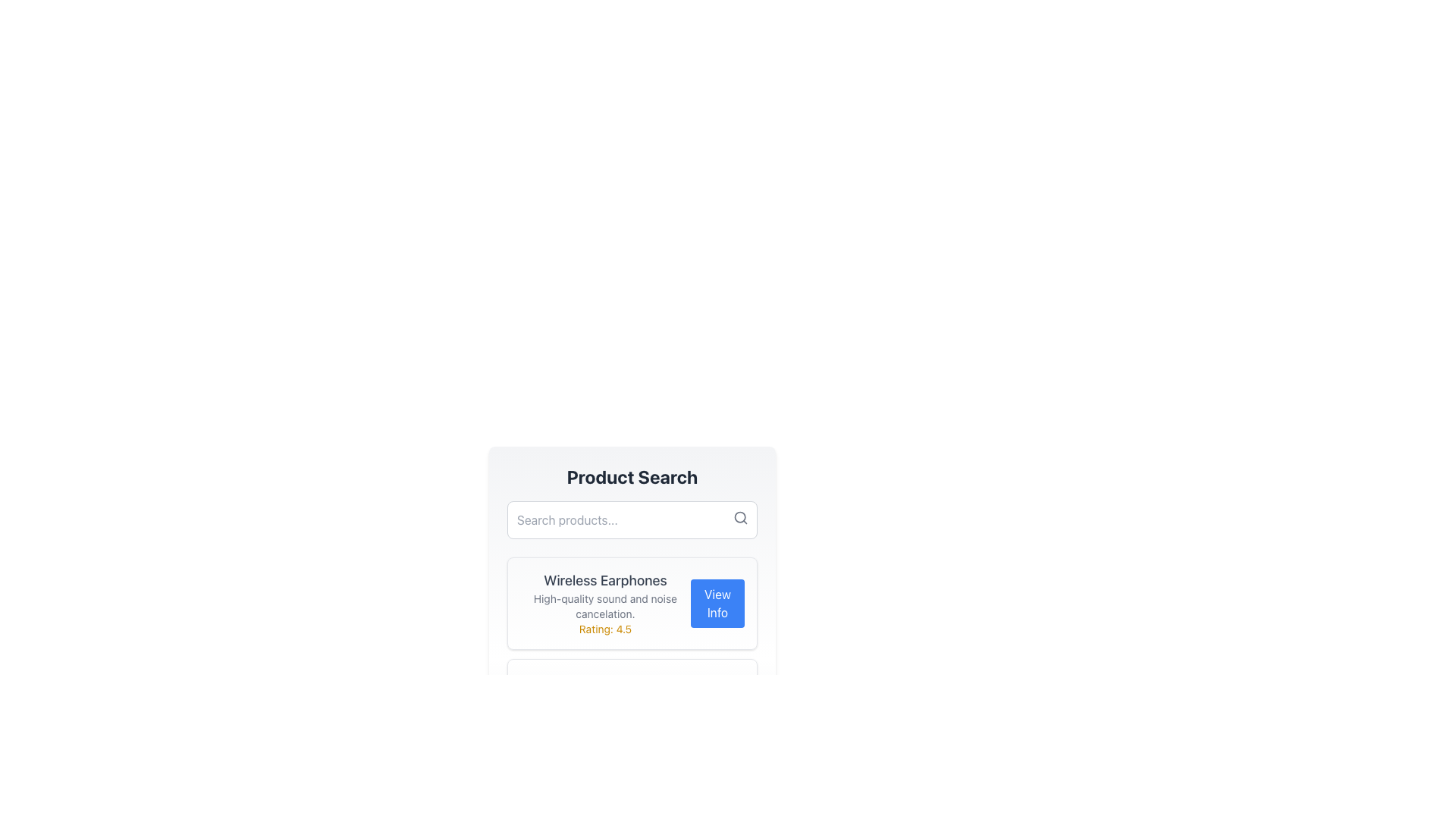 The image size is (1456, 819). Describe the element at coordinates (740, 516) in the screenshot. I see `the circular lens portion of the search icon, which is centered within the search bar component, positioned near the top-right corner` at that location.